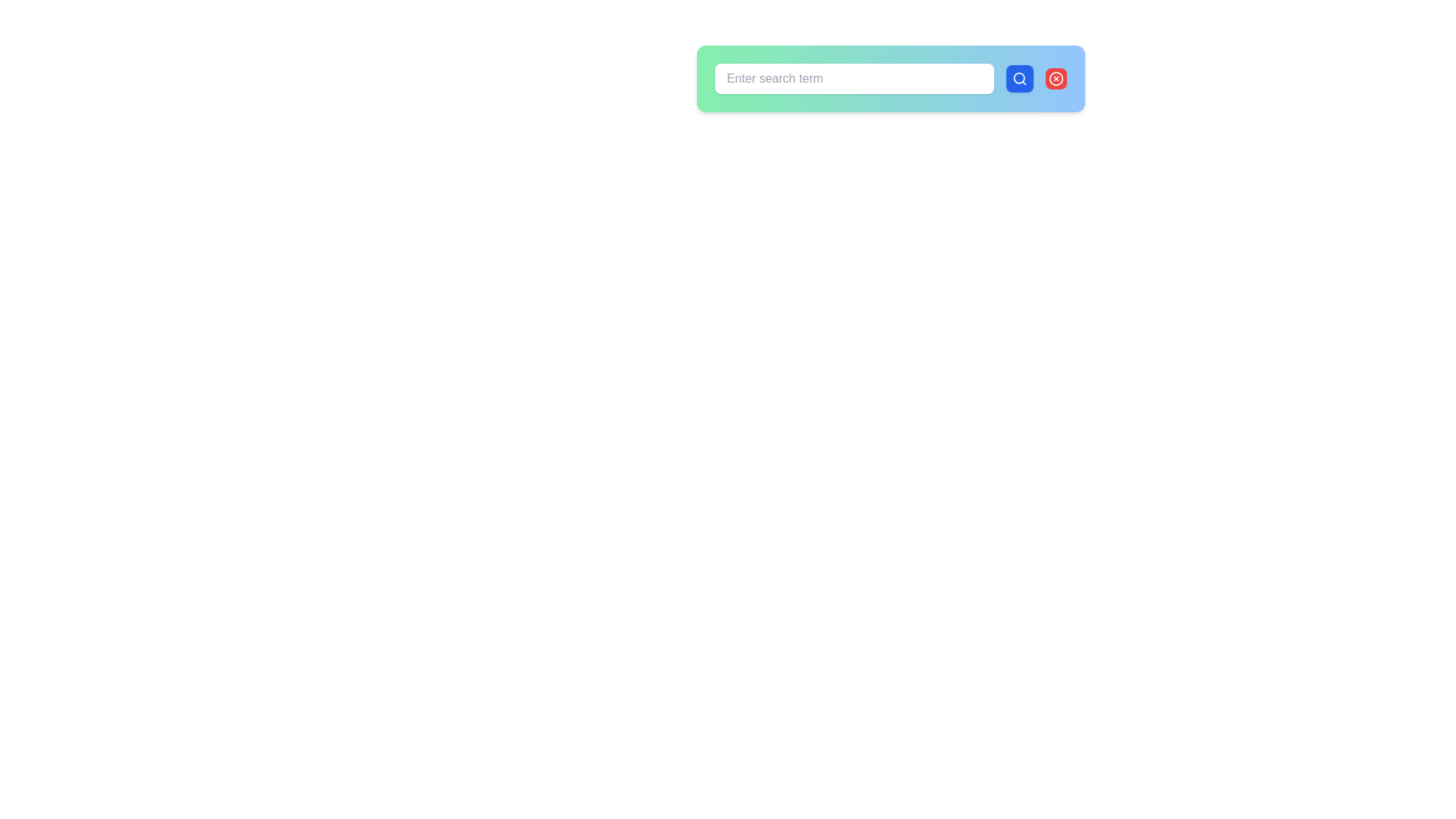  What do you see at coordinates (1055, 79) in the screenshot?
I see `the circular graphical element representing 'close' or 'cancel' functionality located in the toolbar, adjacent to the blue search icon` at bounding box center [1055, 79].